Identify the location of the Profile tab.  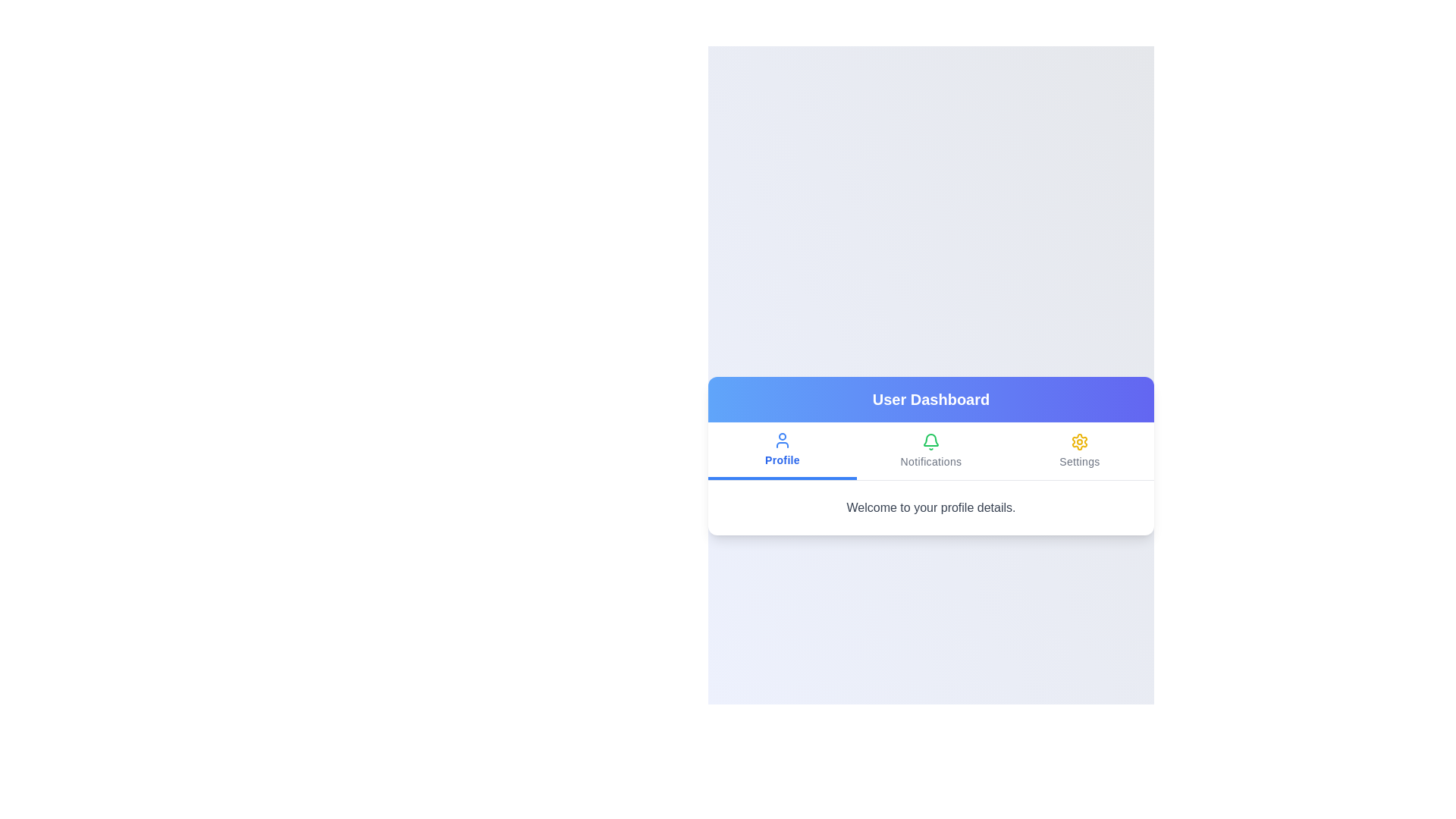
(783, 450).